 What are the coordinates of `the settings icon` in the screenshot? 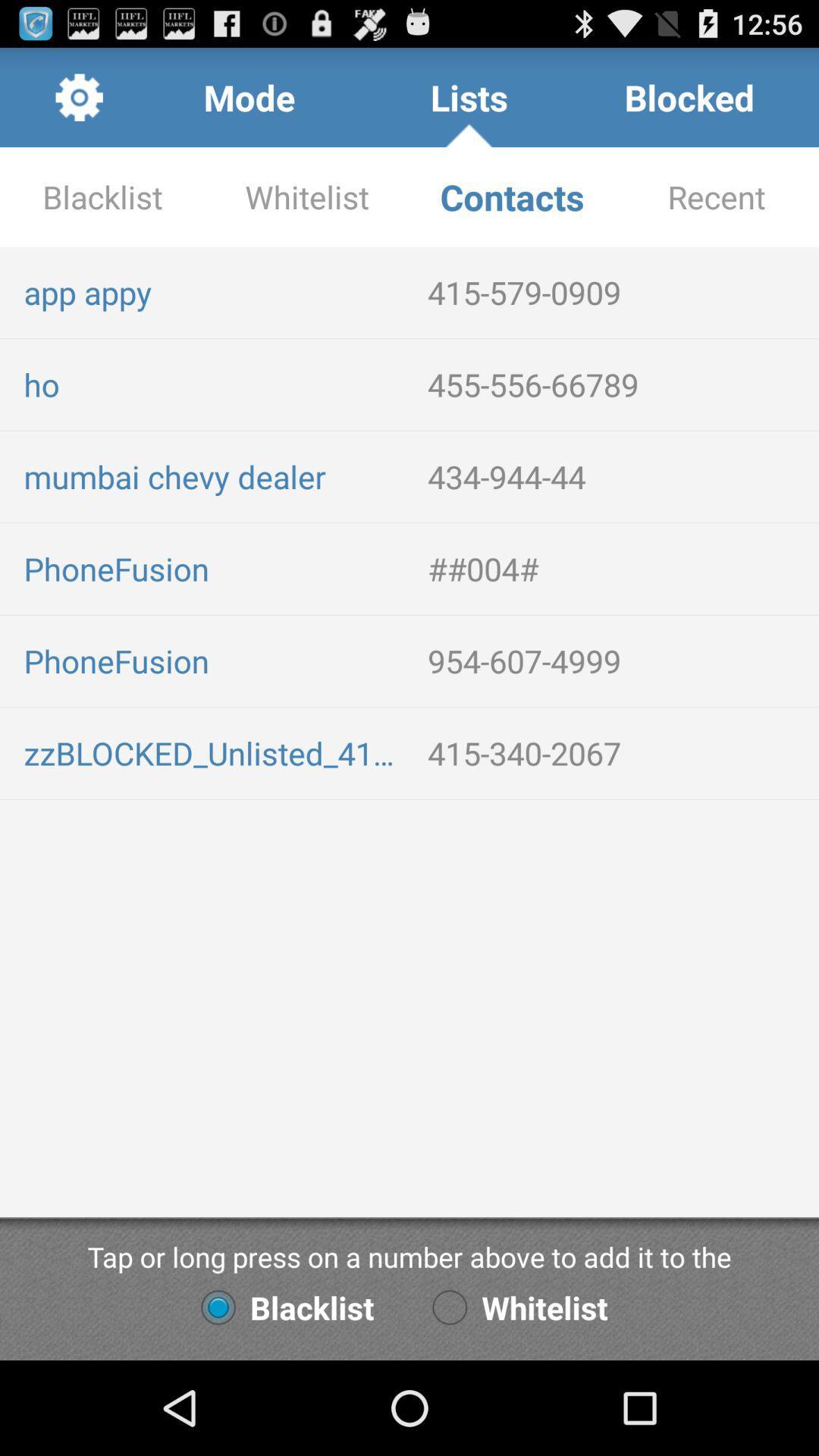 It's located at (79, 103).